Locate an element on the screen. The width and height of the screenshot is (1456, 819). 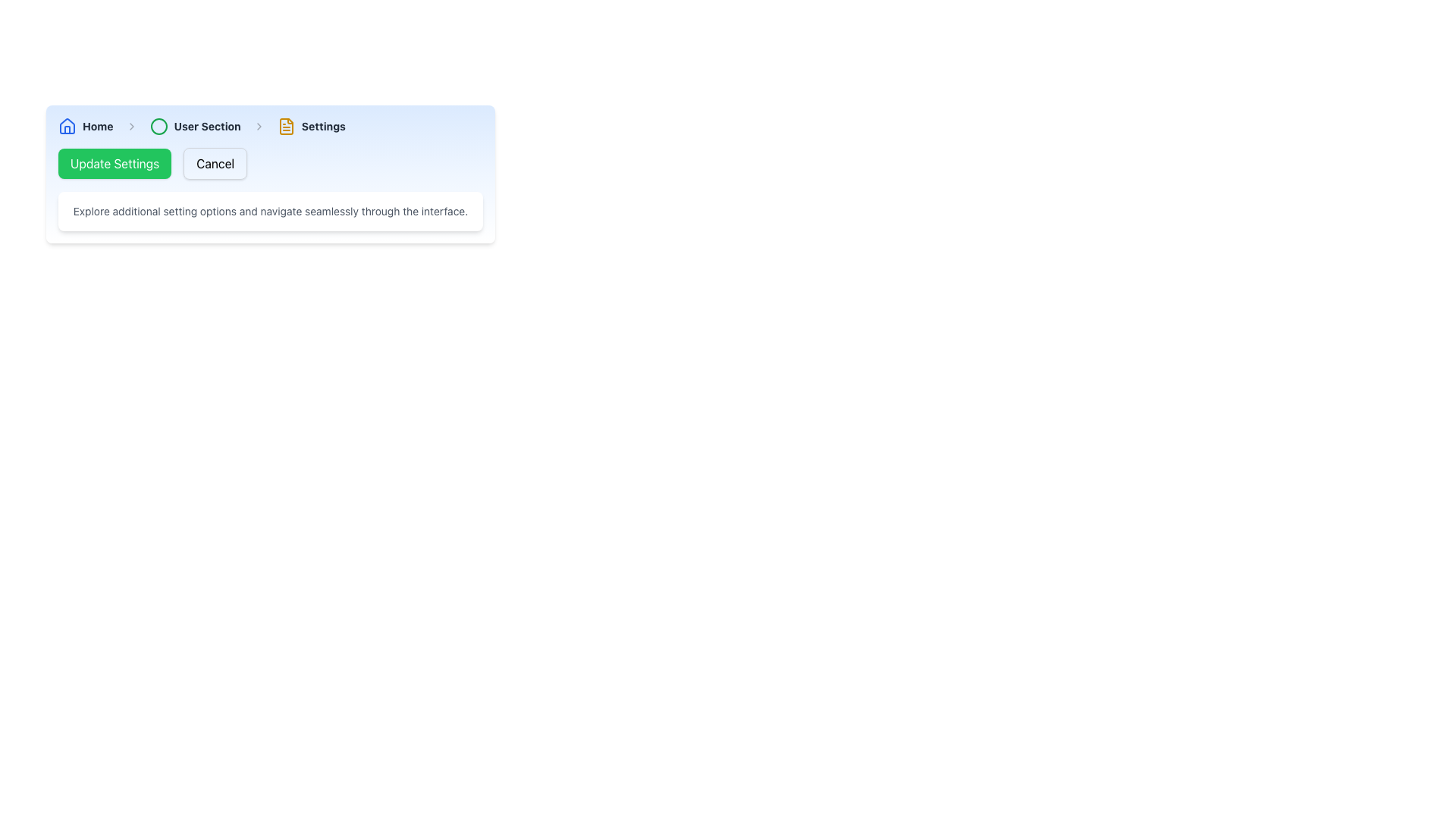
the third breadcrumb navigation item labeled 'Settings' to indicate the current position in the website's hierarchy is located at coordinates (310, 125).